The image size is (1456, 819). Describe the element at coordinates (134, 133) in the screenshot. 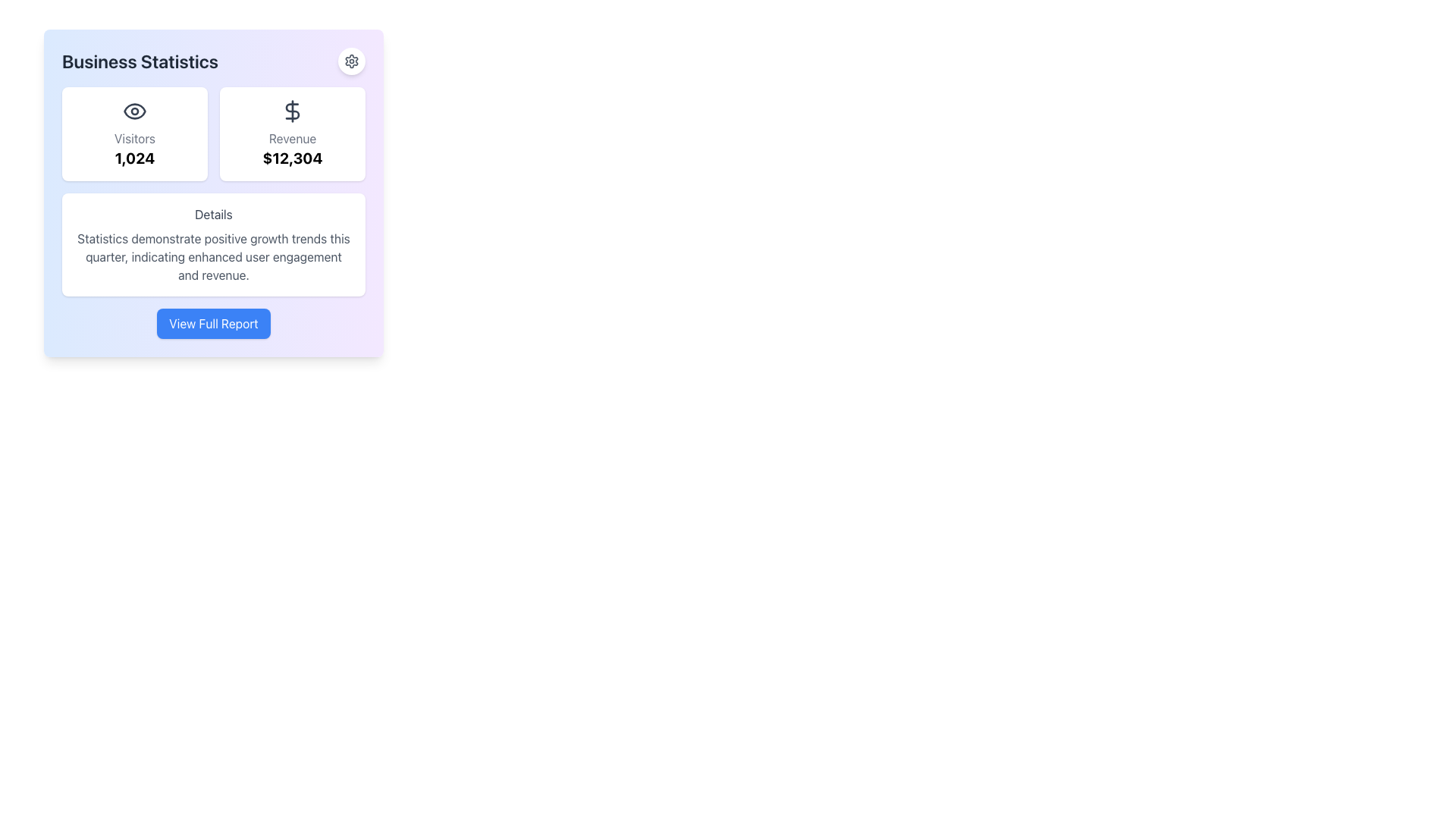

I see `the data-card component displaying 'Visitors' with an eye icon, located in the top-left cell of the grid layout` at that location.